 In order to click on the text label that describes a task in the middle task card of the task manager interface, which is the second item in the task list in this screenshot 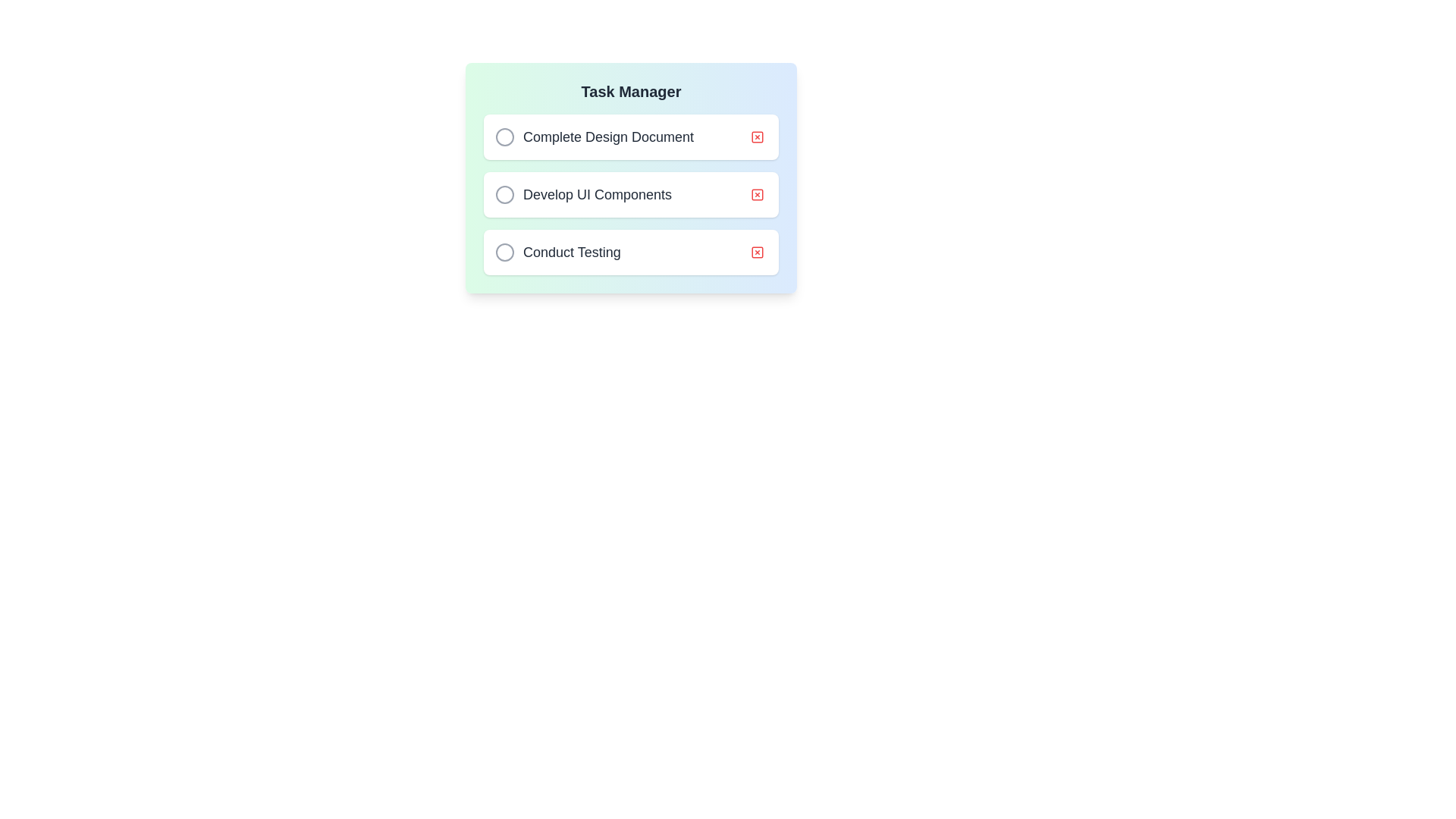, I will do `click(583, 194)`.